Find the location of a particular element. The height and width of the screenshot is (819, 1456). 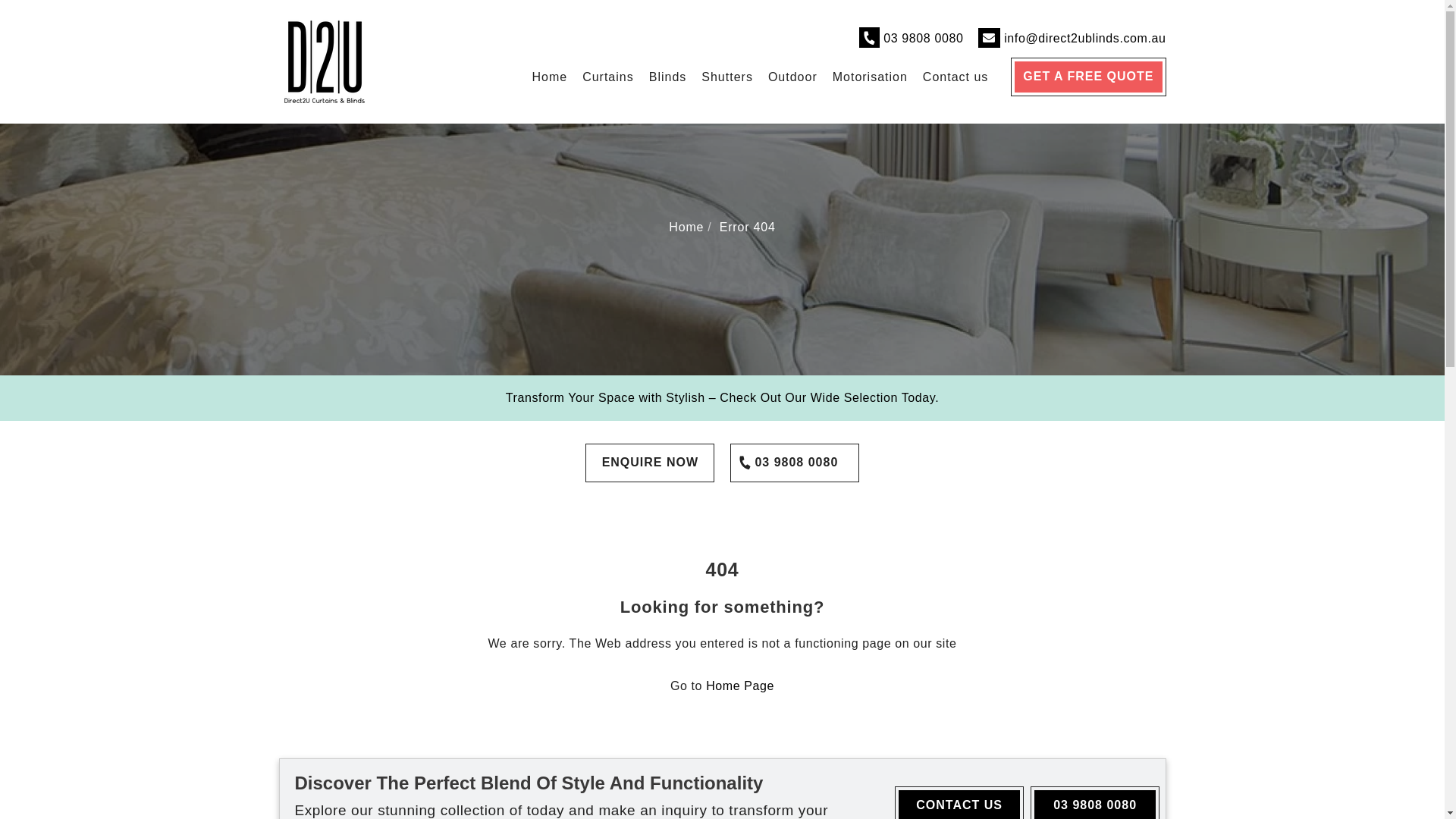

'info@direct2ublinds.com.au' is located at coordinates (1004, 37).